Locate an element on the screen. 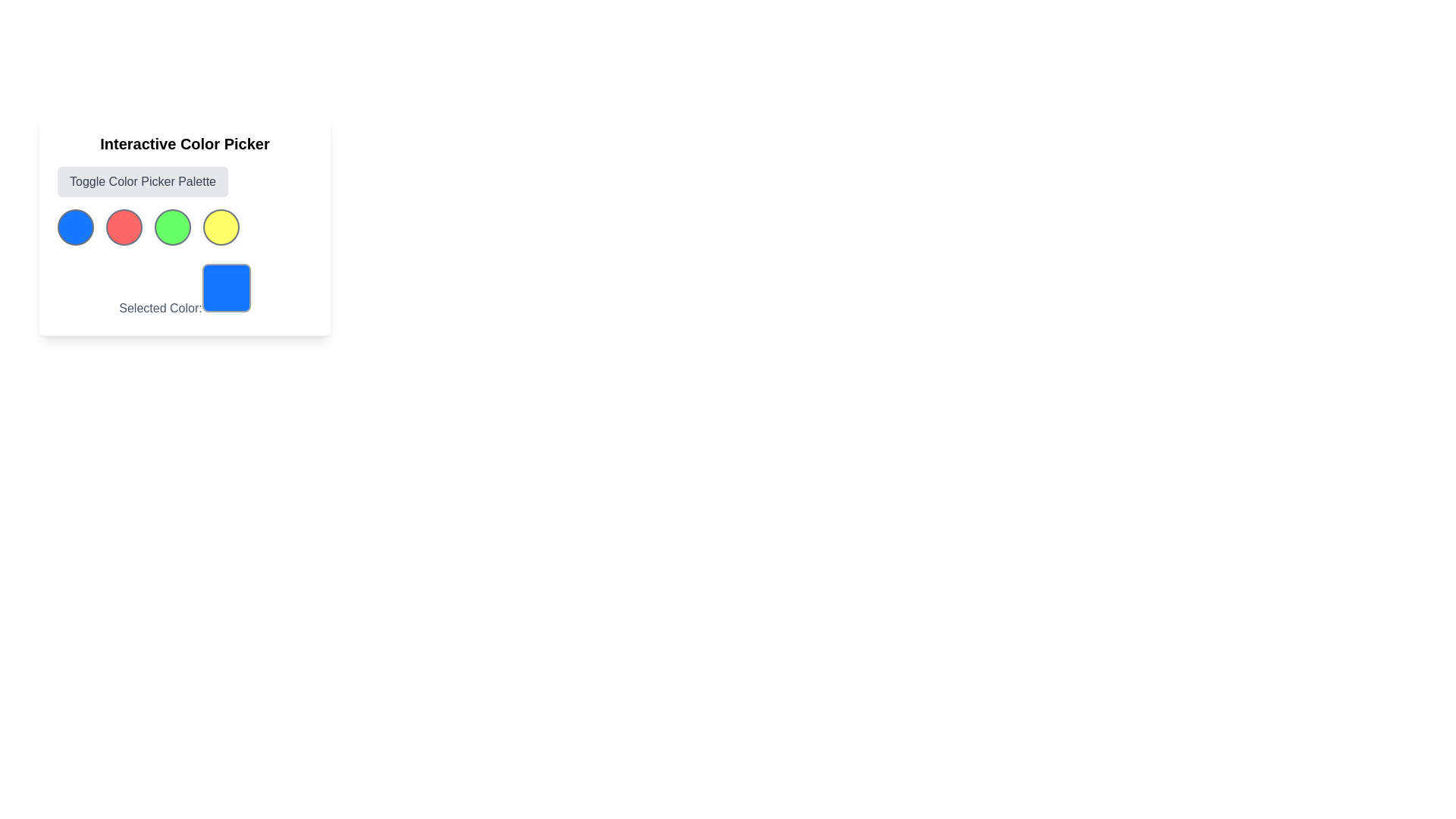 Image resolution: width=1456 pixels, height=819 pixels. the fourth circular button in the color selection section is located at coordinates (221, 227).